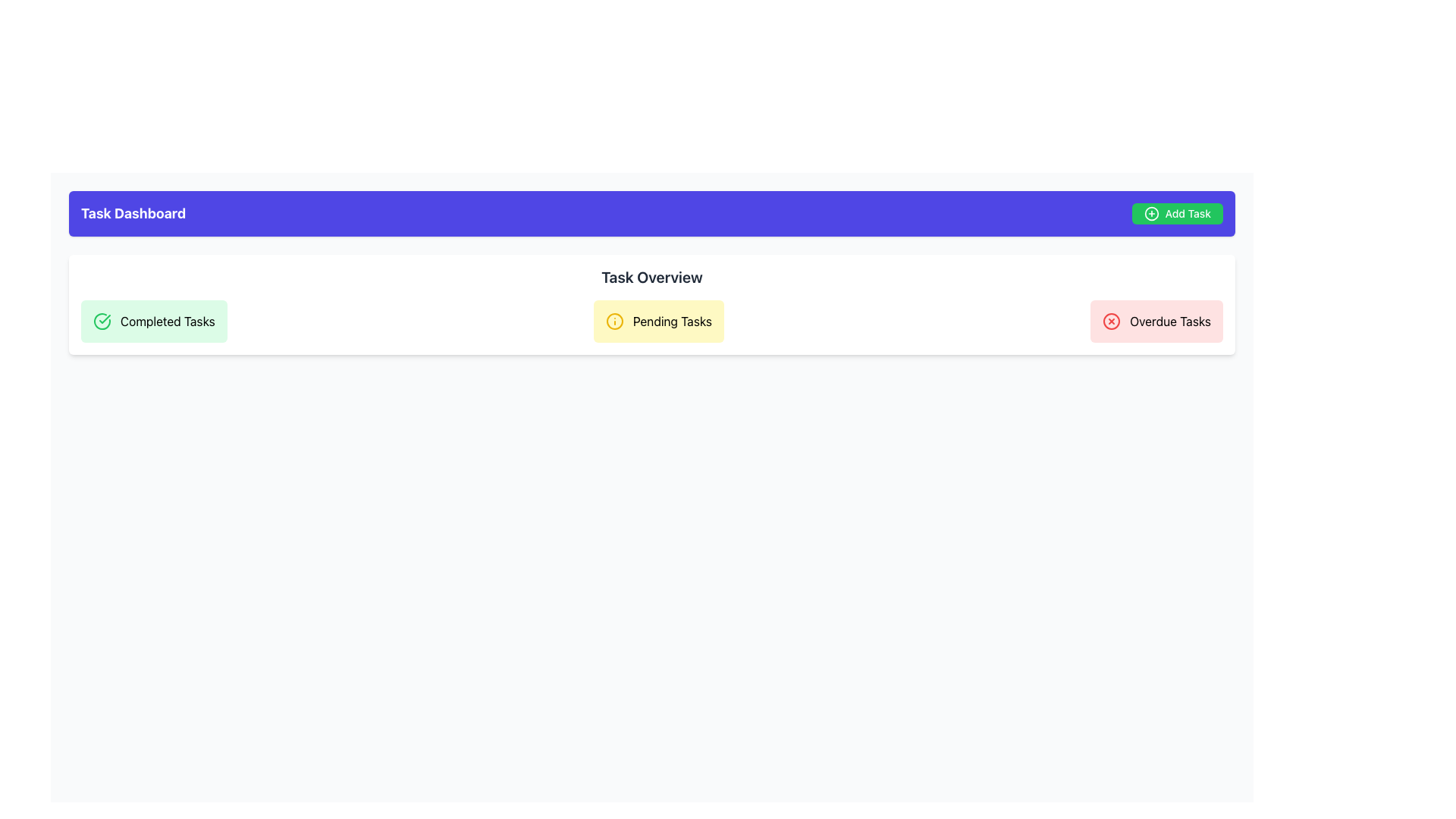 The width and height of the screenshot is (1456, 819). What do you see at coordinates (1151, 213) in the screenshot?
I see `the circle icon with a plus sign located to the left of the 'Add Task' text label in the top-right corner to initiate the addition of a task` at bounding box center [1151, 213].